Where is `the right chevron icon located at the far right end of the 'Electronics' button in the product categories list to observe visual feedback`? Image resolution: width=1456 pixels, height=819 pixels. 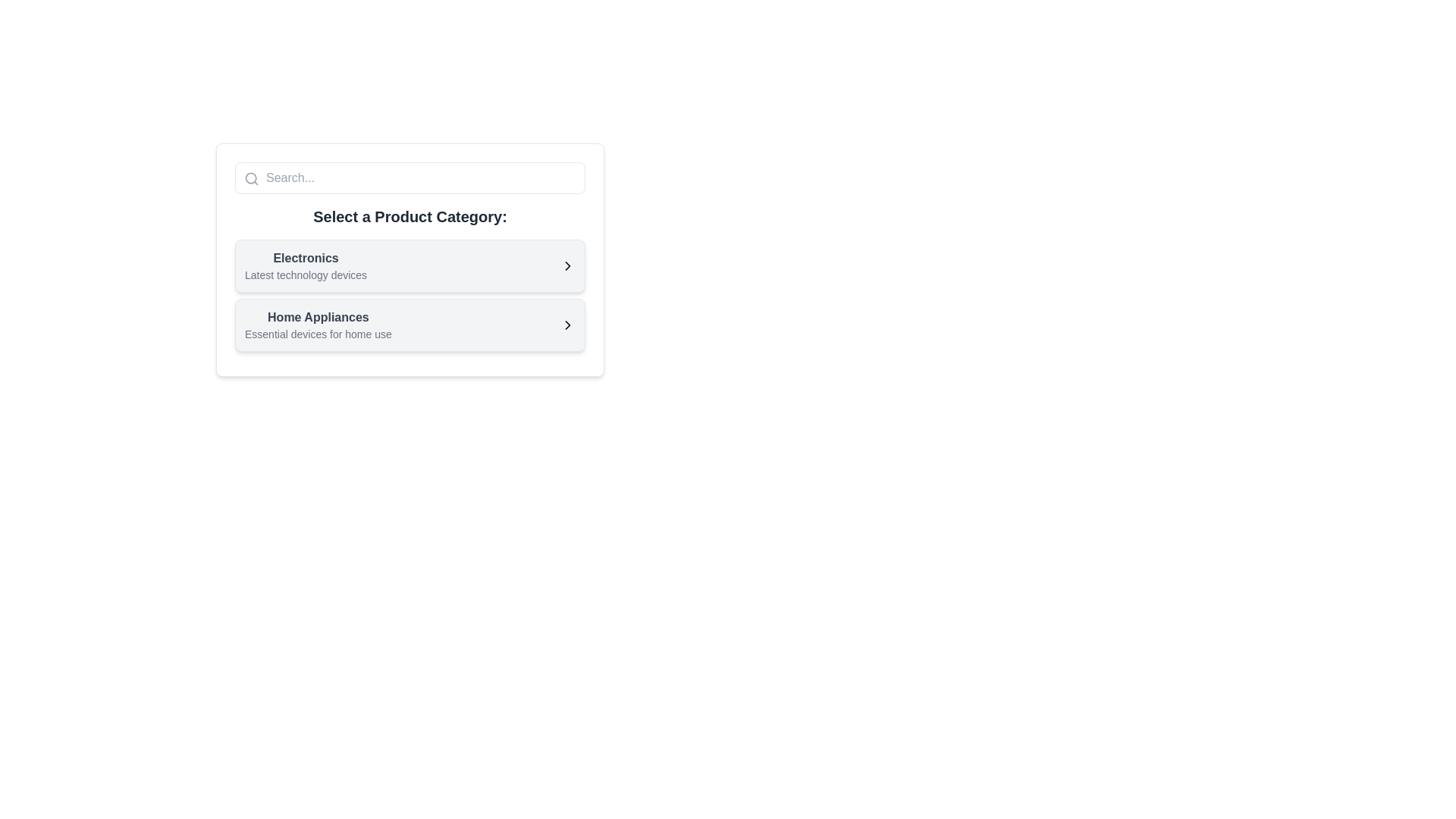
the right chevron icon located at the far right end of the 'Electronics' button in the product categories list to observe visual feedback is located at coordinates (566, 265).